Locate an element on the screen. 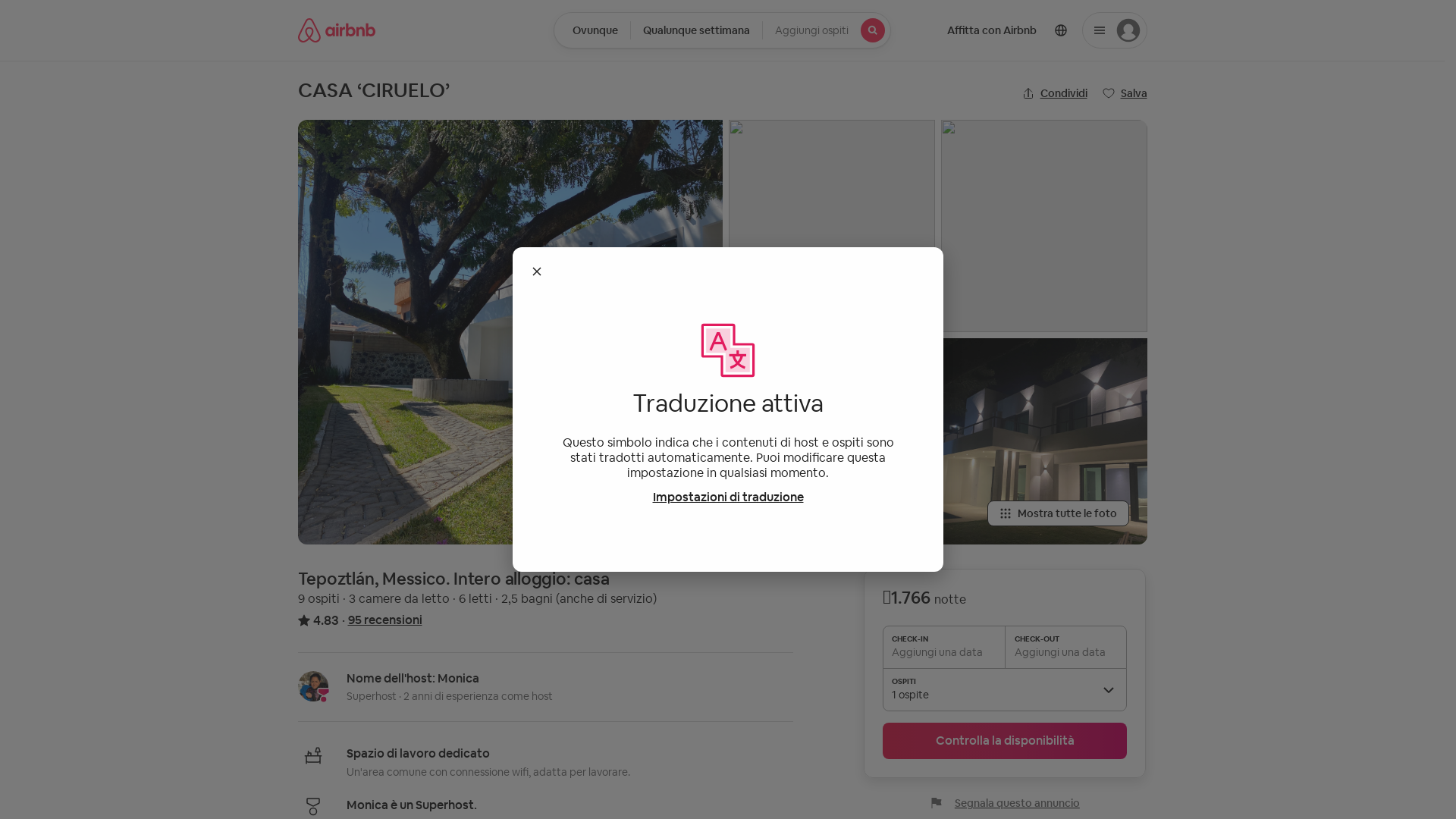  'Salva' is located at coordinates (1125, 93).